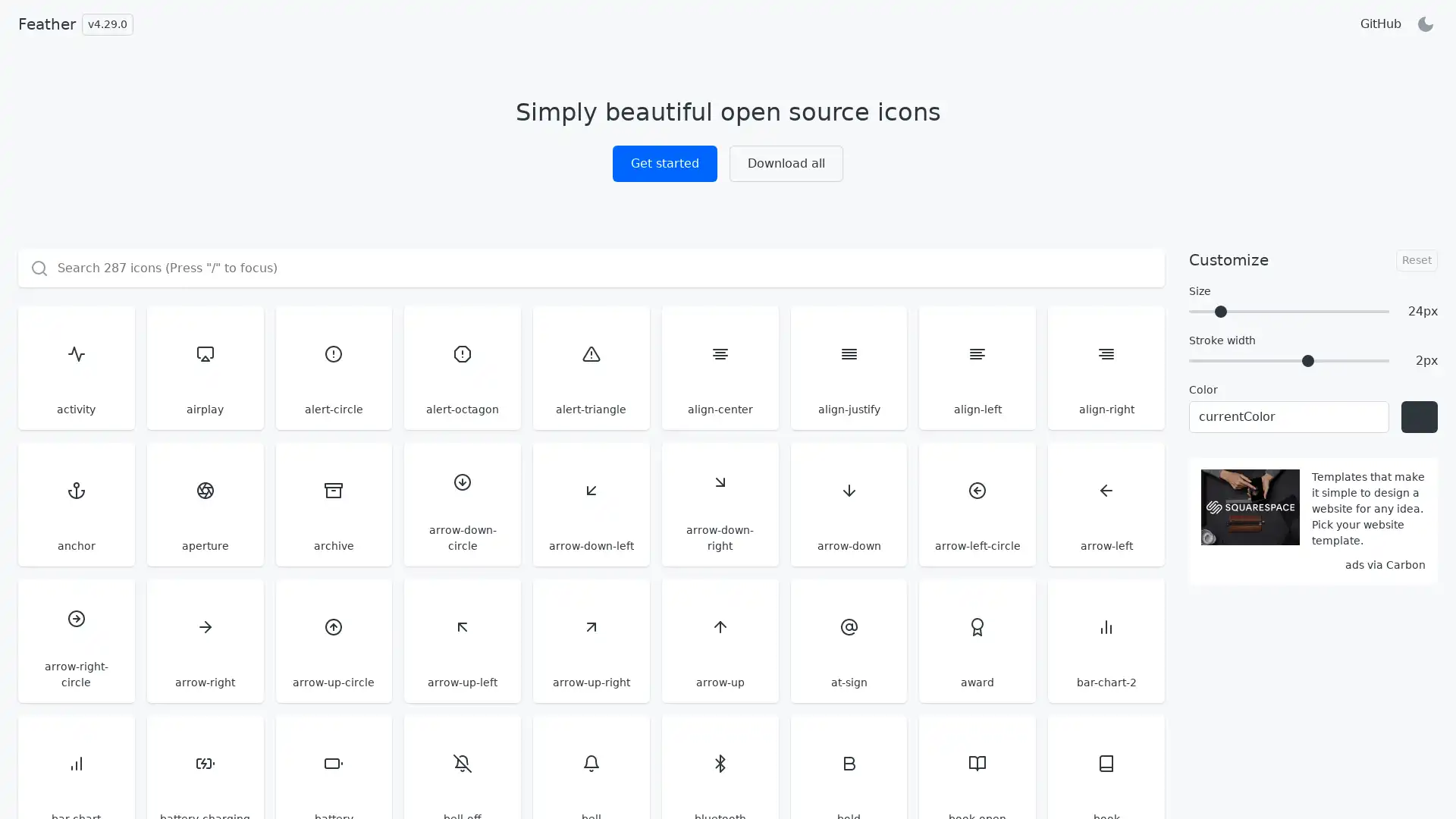  What do you see at coordinates (75, 504) in the screenshot?
I see `anchor` at bounding box center [75, 504].